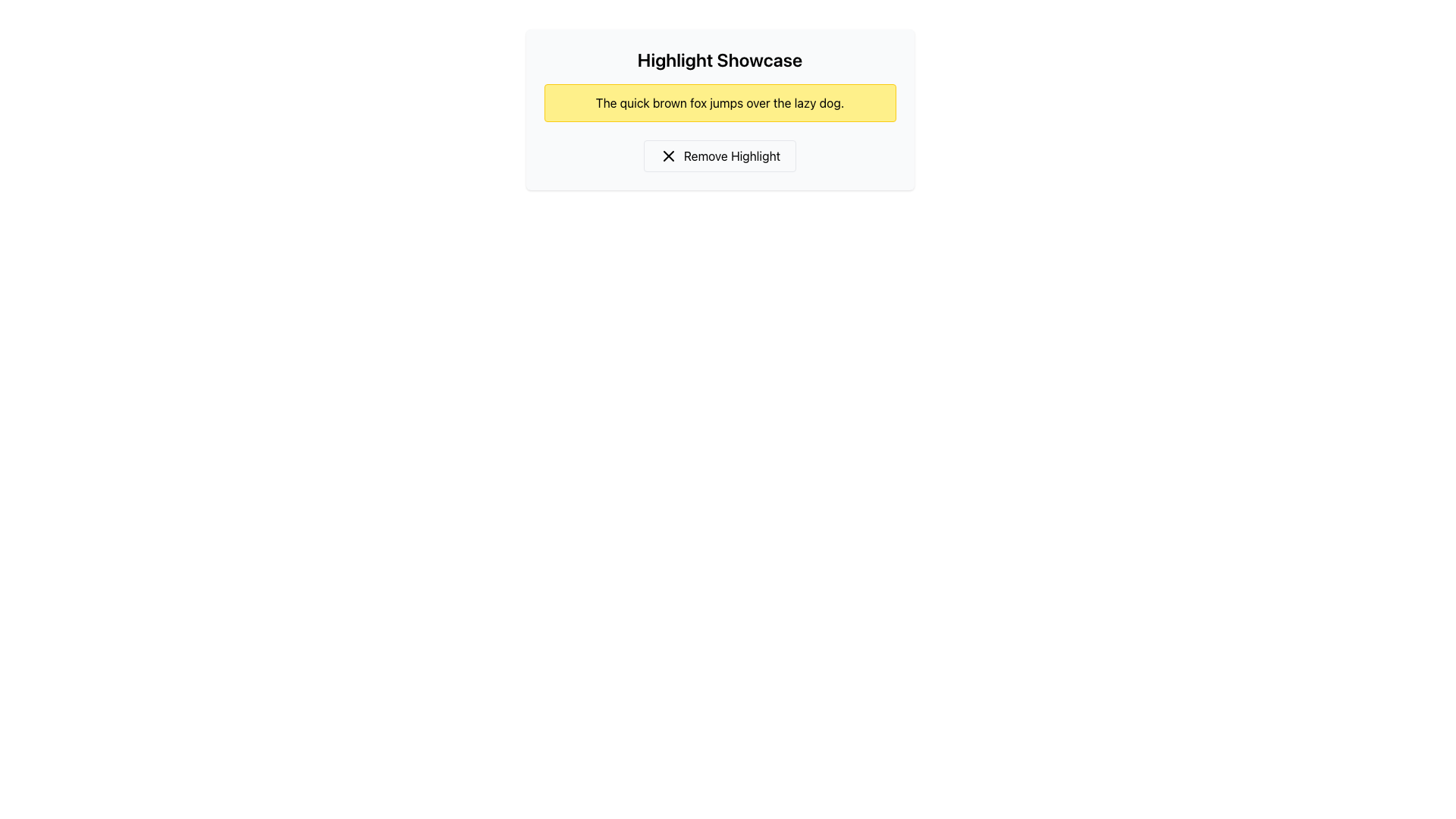 The width and height of the screenshot is (1456, 819). Describe the element at coordinates (719, 155) in the screenshot. I see `the 'Remove Highlight' button located below the text 'The quick brown fox jumps over the lazy dog'` at that location.